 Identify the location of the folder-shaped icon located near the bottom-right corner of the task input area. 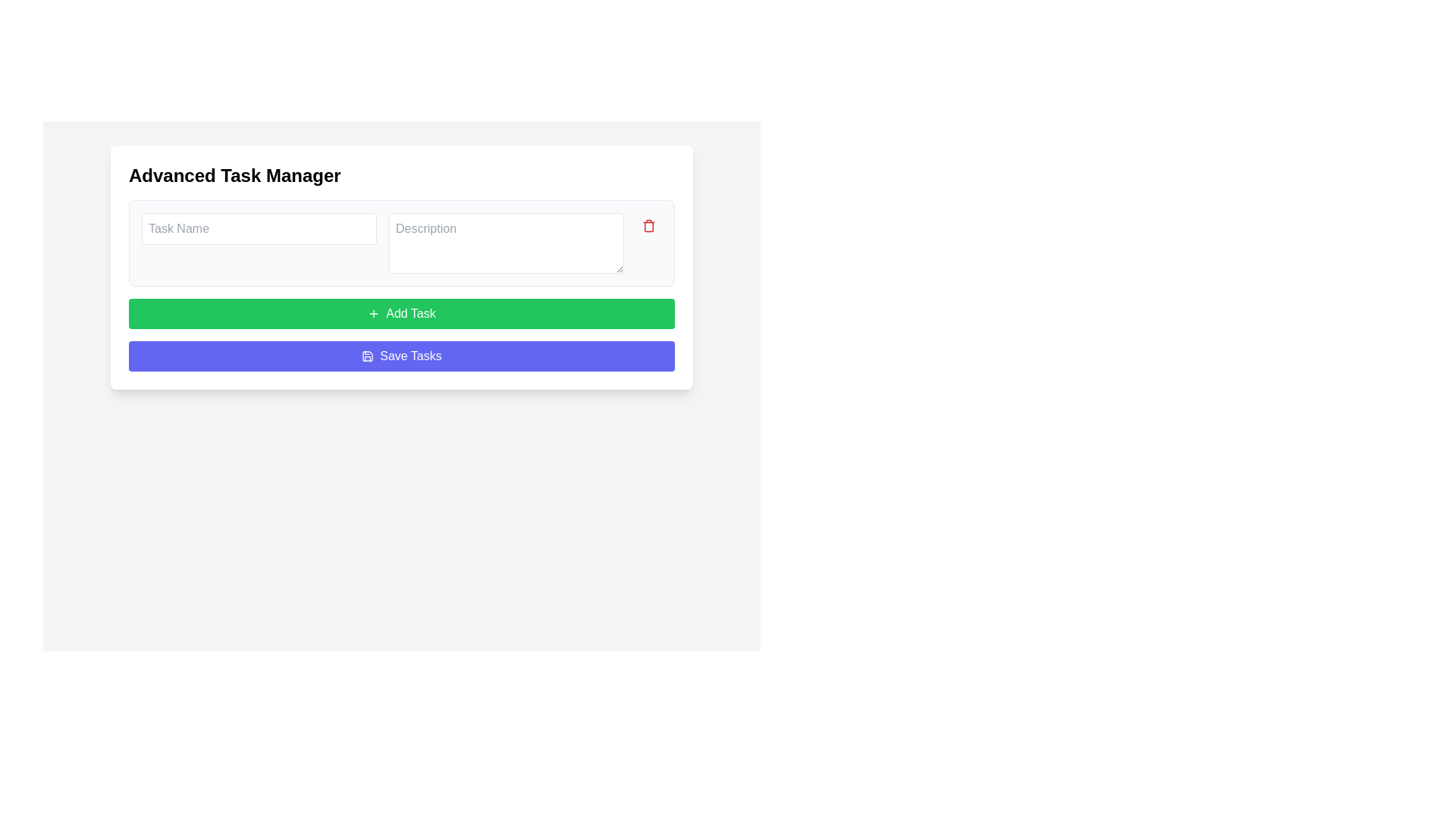
(368, 356).